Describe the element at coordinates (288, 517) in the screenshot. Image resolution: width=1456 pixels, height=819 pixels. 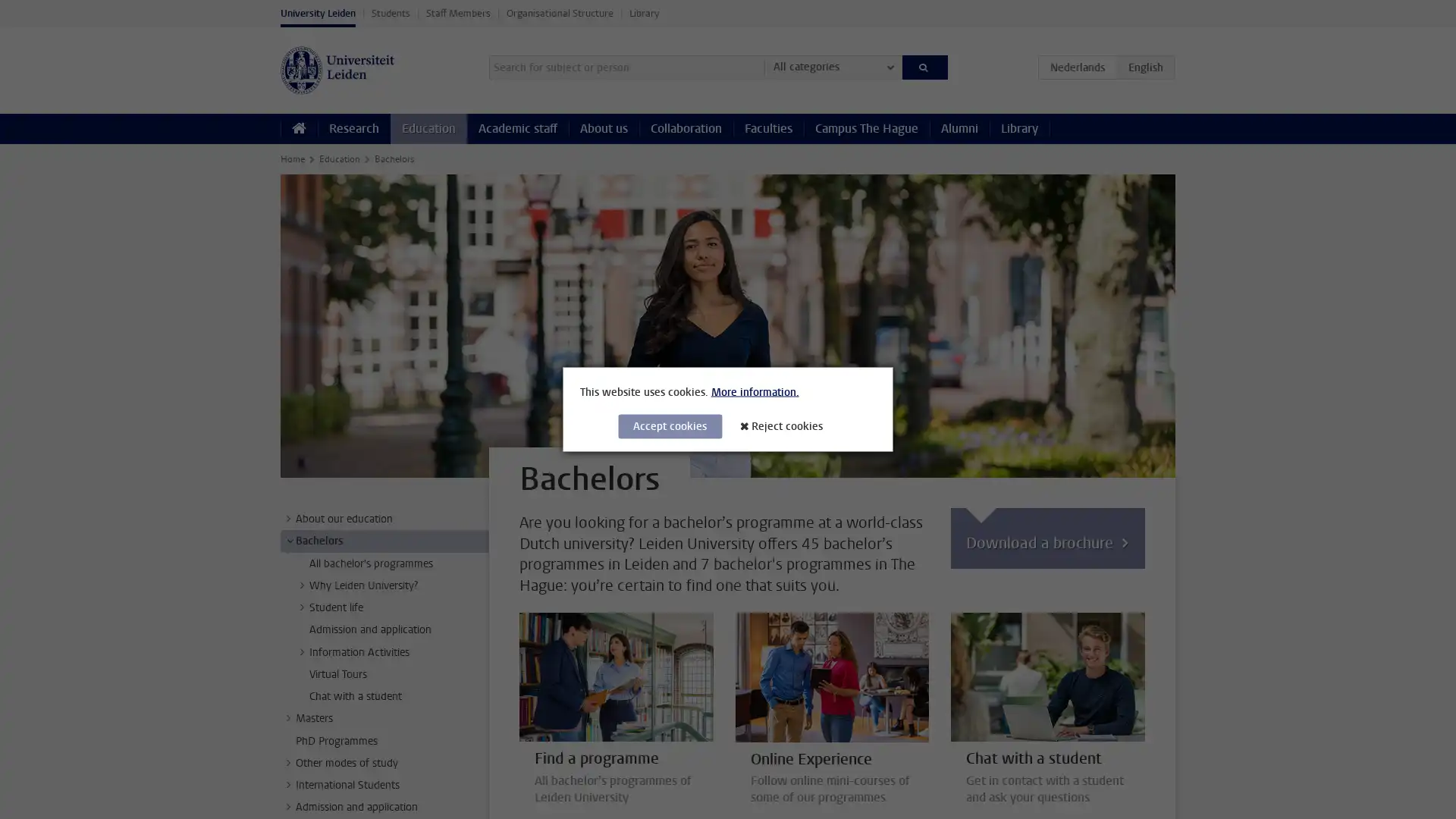
I see `>` at that location.